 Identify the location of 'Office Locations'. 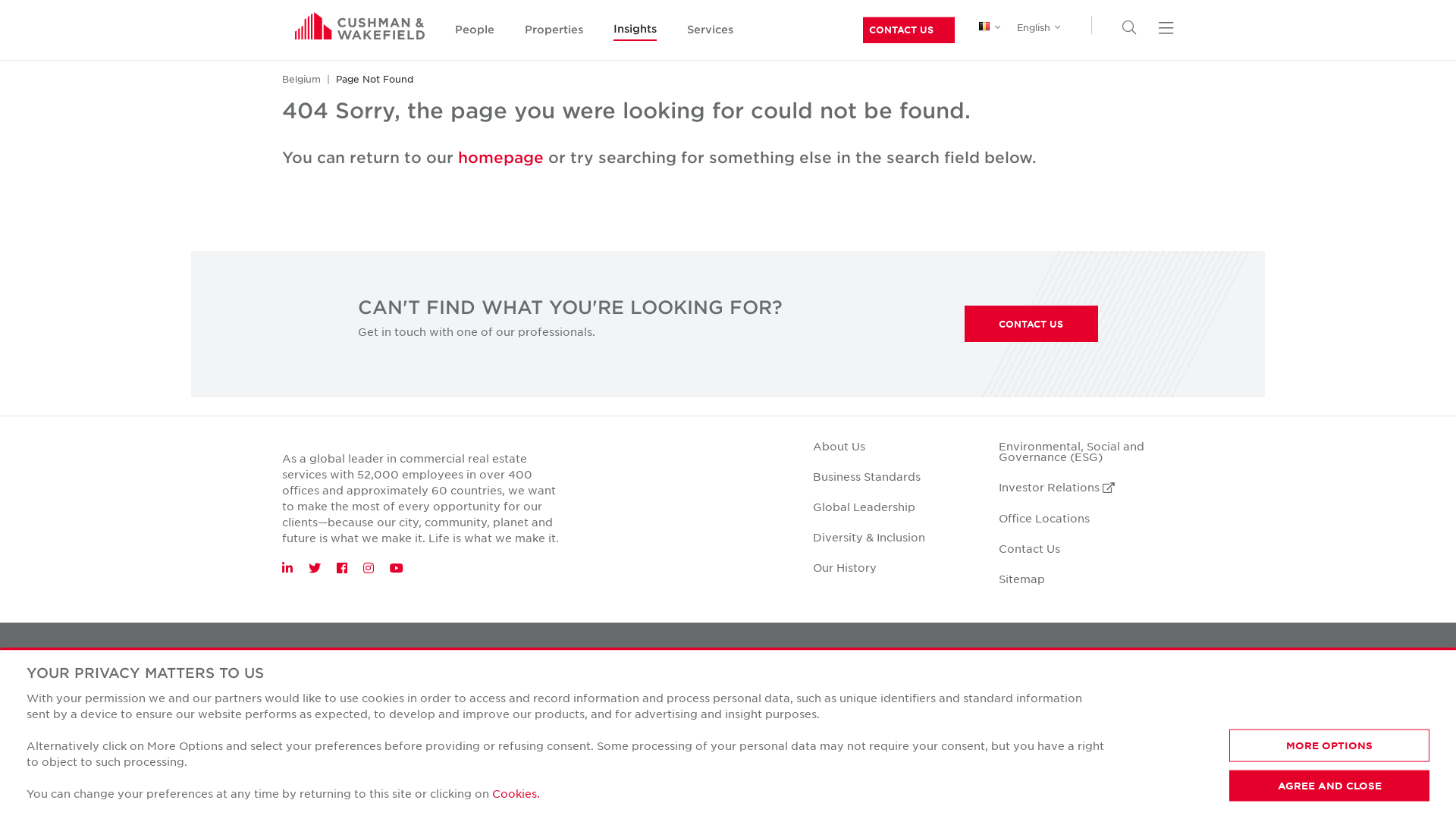
(1043, 516).